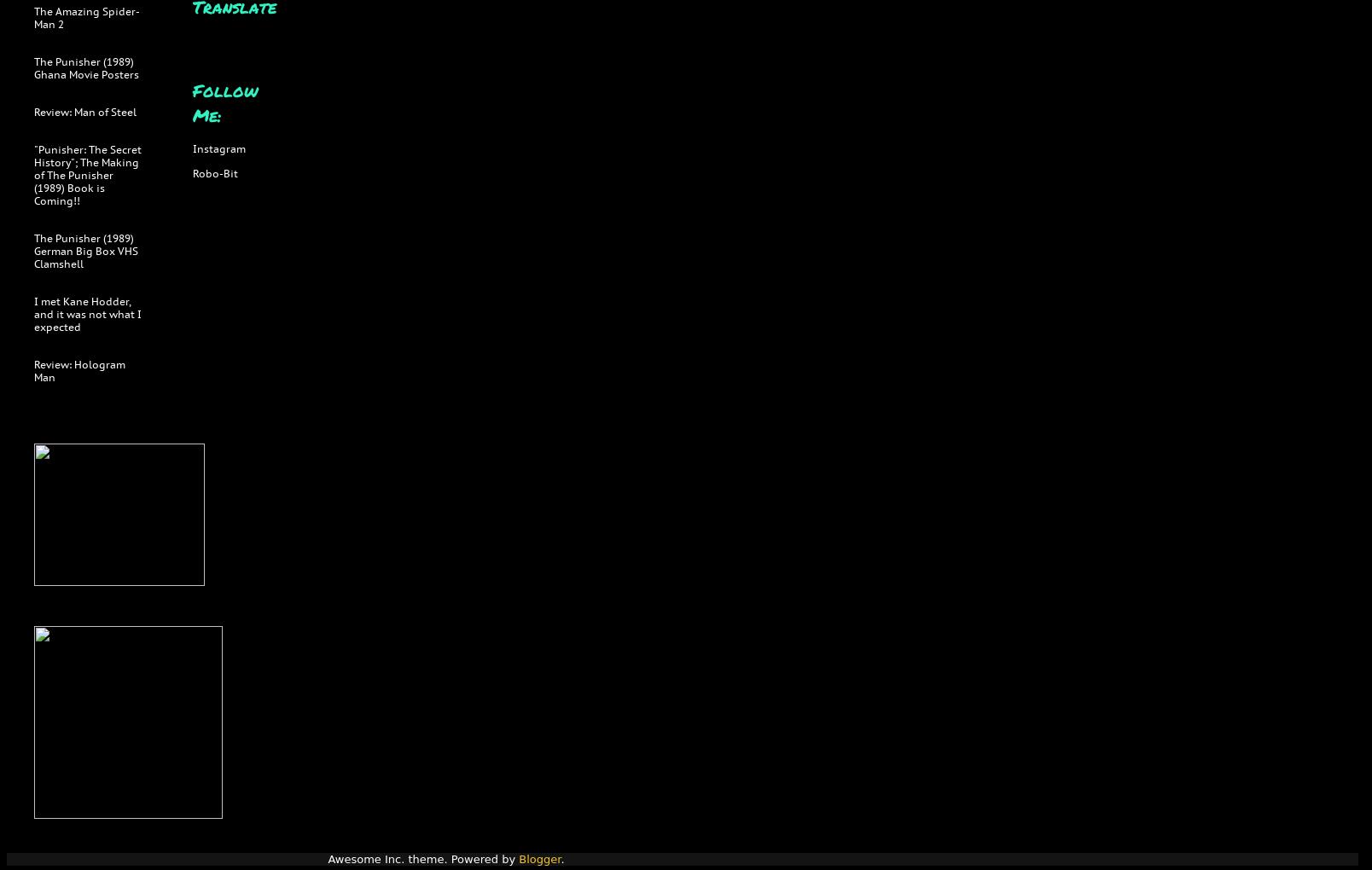  Describe the element at coordinates (85, 250) in the screenshot. I see `'The Punisher (1989) German Big Box VHS Clamshell'` at that location.